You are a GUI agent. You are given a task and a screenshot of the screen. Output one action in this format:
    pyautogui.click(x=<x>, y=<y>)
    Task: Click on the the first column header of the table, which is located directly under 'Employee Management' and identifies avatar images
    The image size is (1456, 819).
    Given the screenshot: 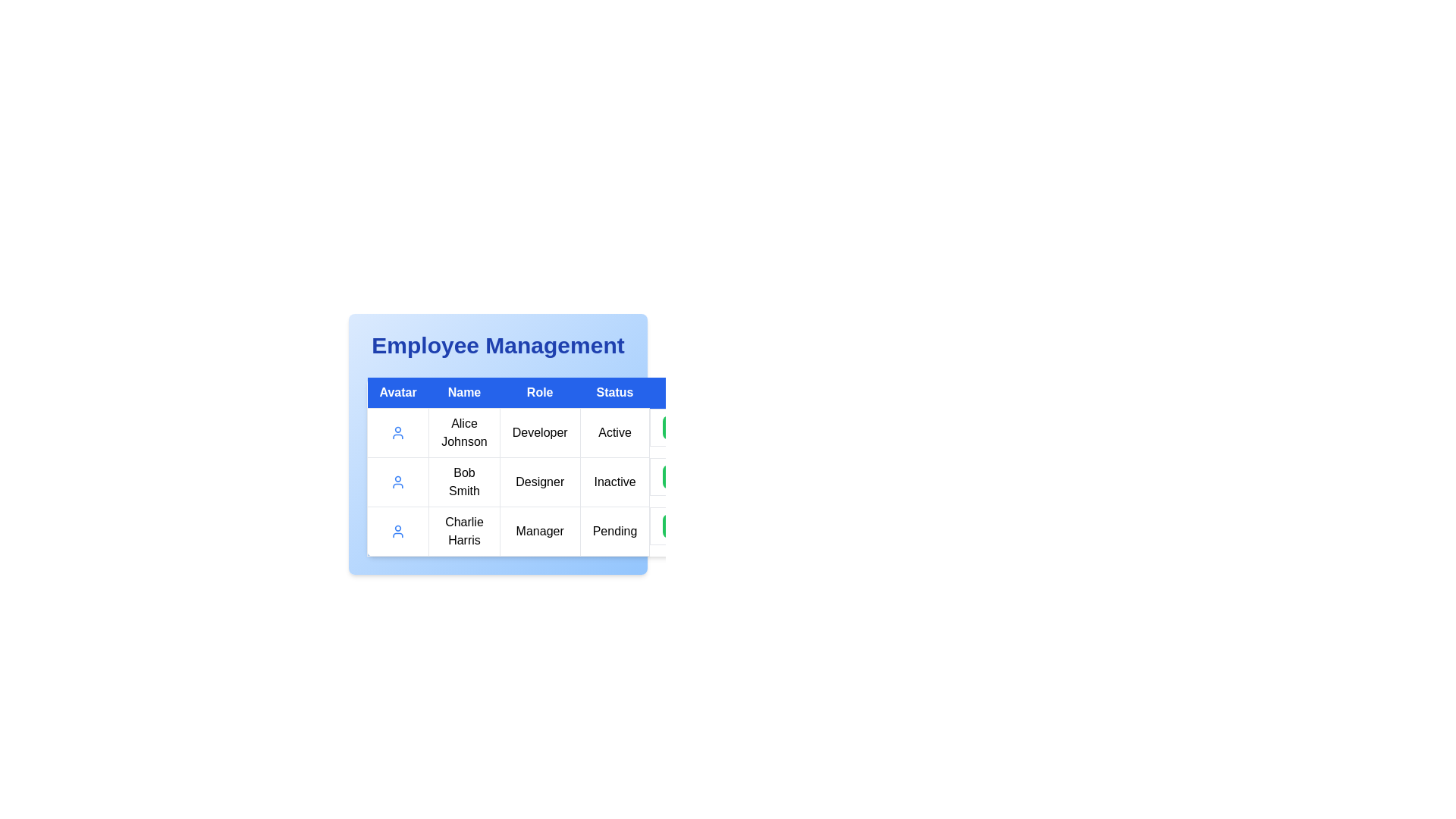 What is the action you would take?
    pyautogui.click(x=398, y=392)
    